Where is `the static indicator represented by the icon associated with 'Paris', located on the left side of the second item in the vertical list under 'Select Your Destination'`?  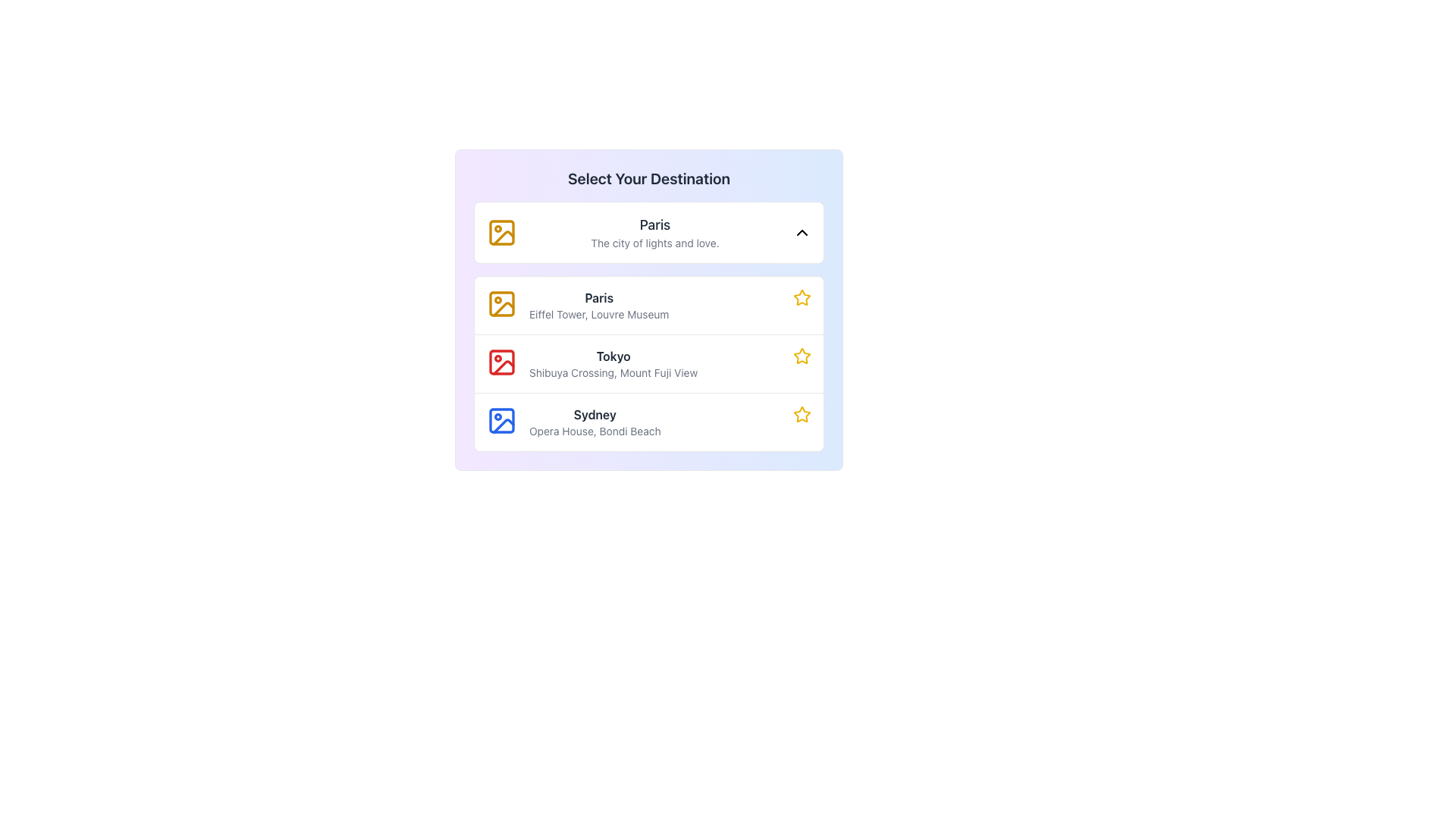 the static indicator represented by the icon associated with 'Paris', located on the left side of the second item in the vertical list under 'Select Your Destination' is located at coordinates (502, 304).